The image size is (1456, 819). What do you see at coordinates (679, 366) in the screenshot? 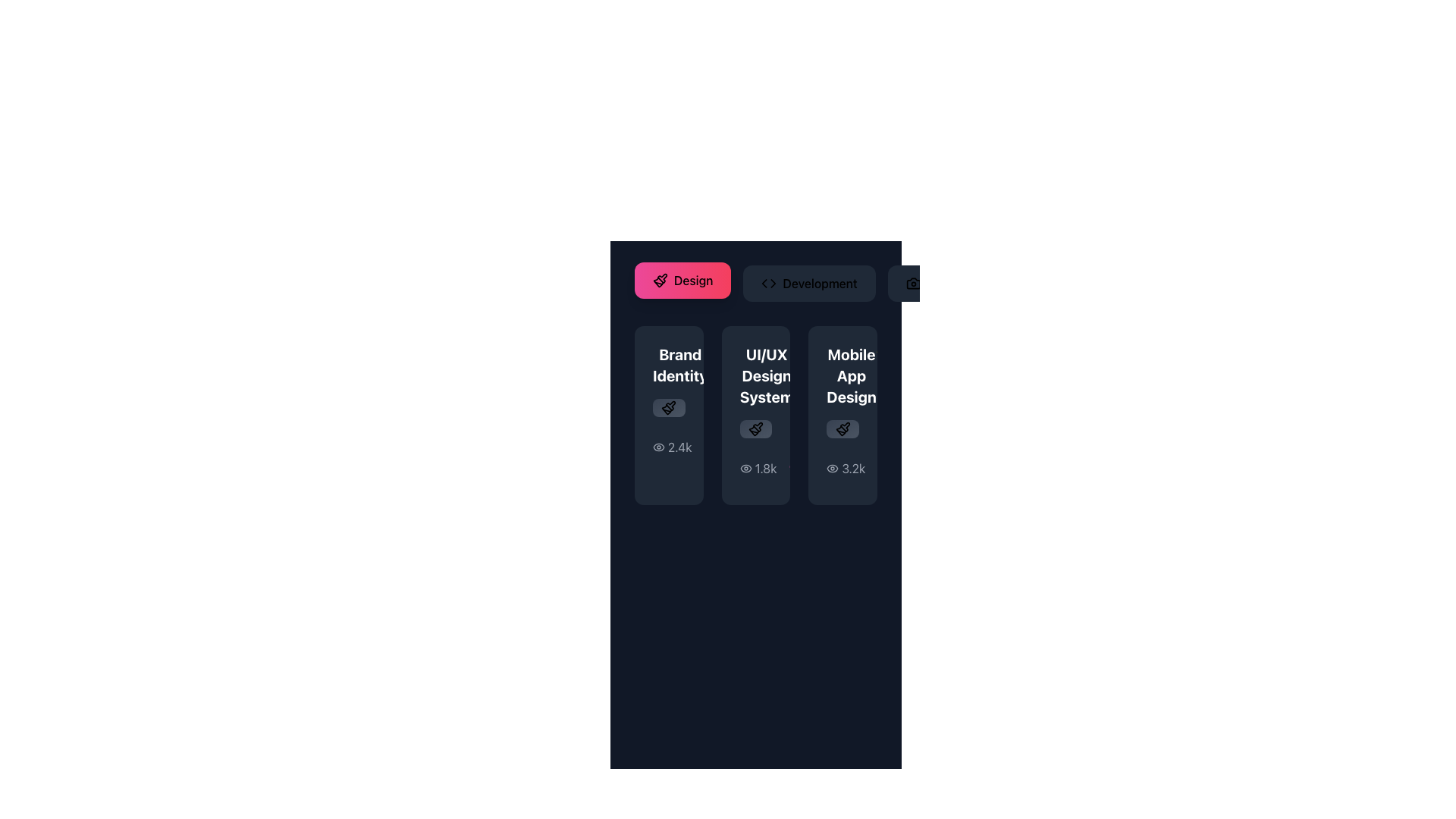
I see `the static text label positioned at the top of the rectangular card component on the leftmost side of the horizontally-aligned group of cards` at bounding box center [679, 366].